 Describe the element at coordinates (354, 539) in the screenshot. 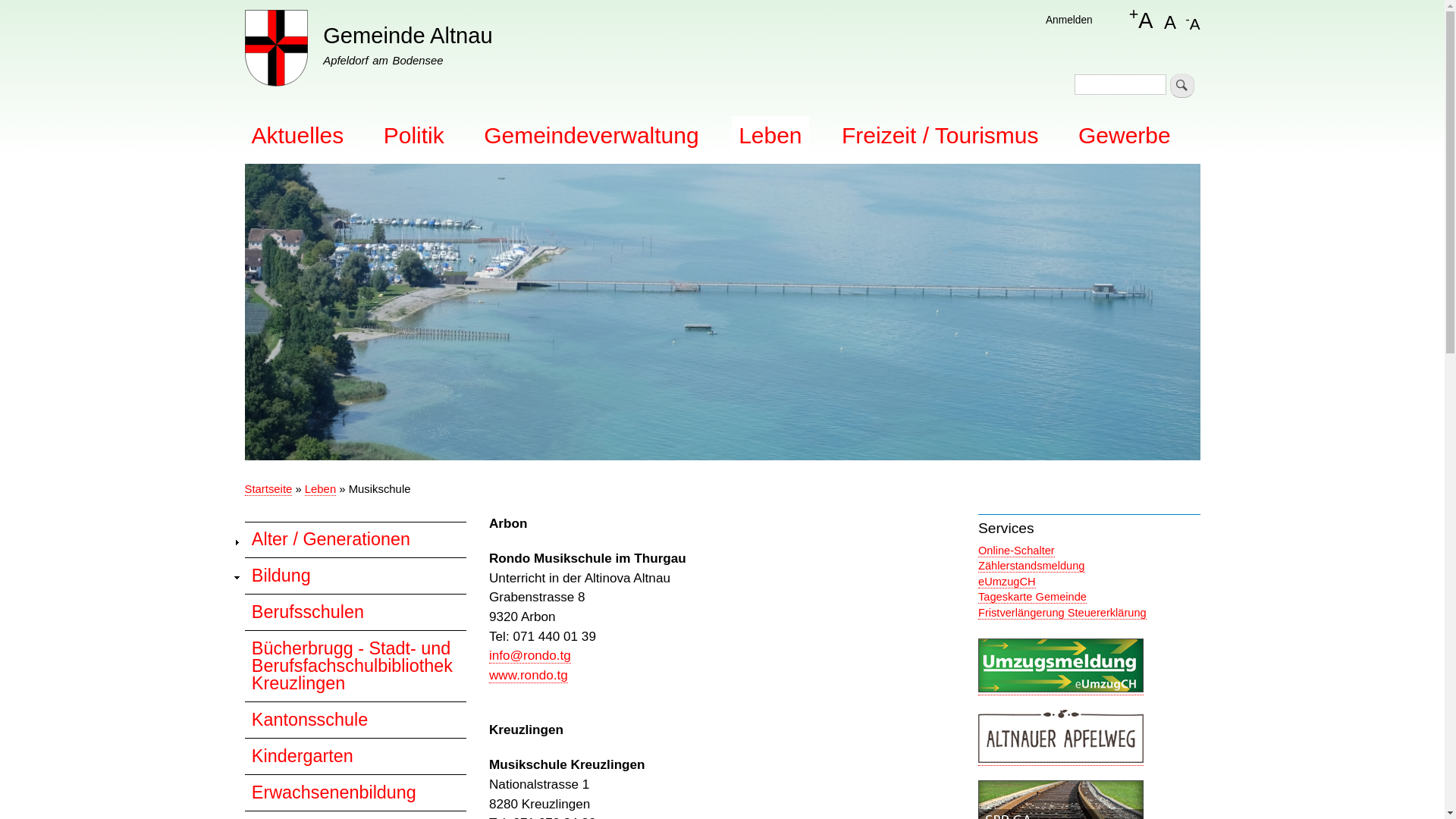

I see `'Alter / Generationen'` at that location.